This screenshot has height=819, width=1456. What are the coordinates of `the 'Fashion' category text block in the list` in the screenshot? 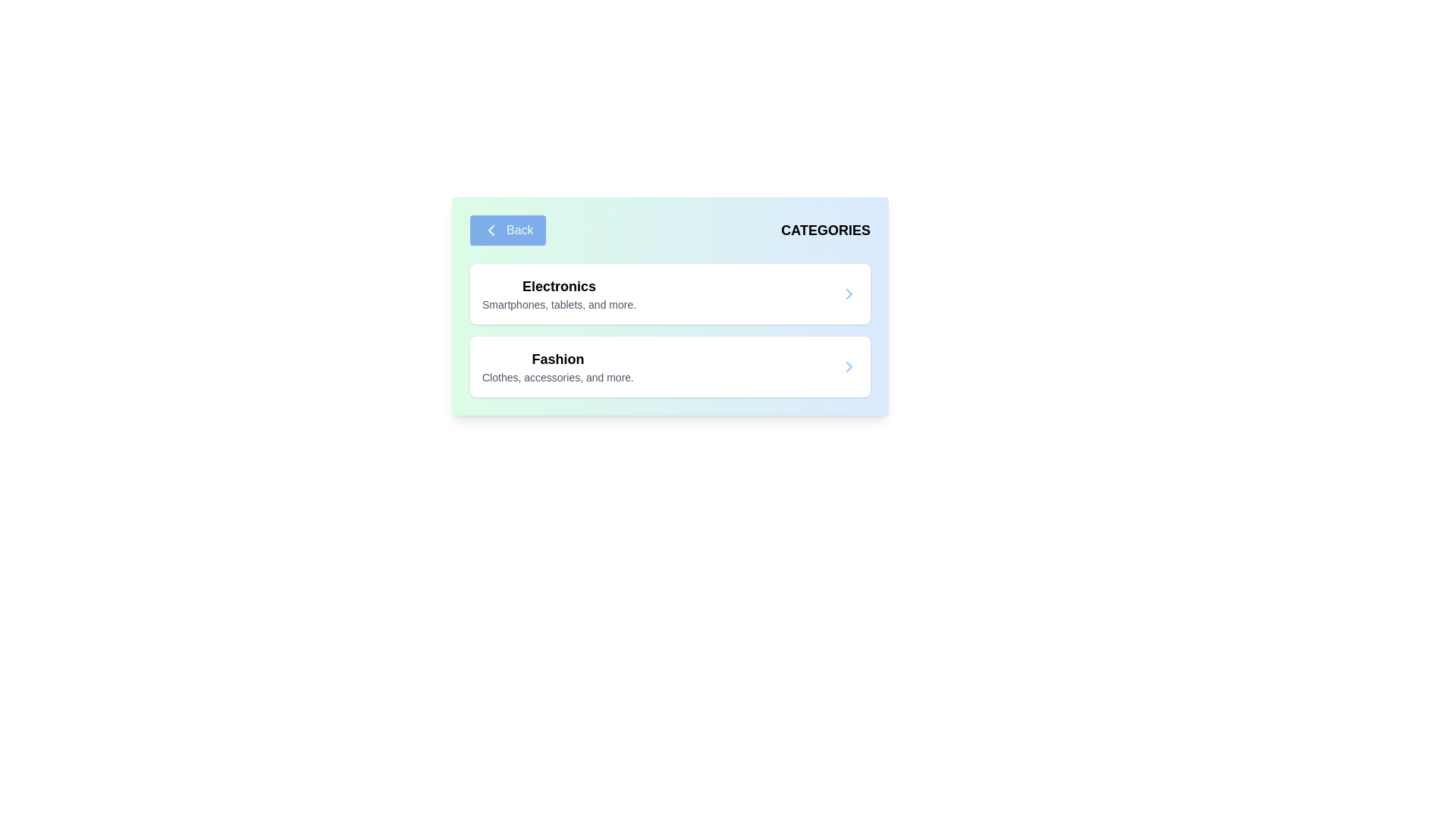 It's located at (557, 366).